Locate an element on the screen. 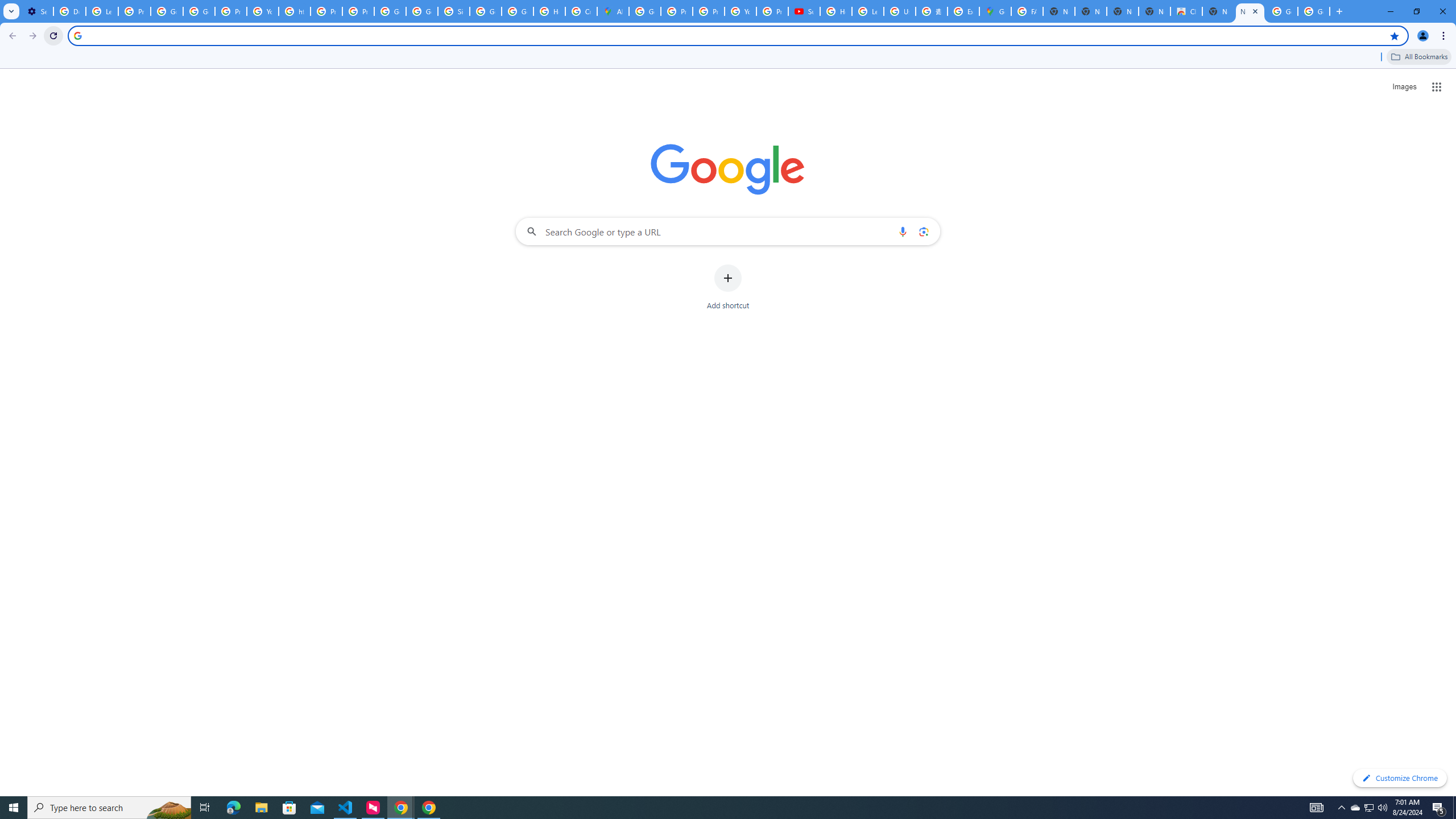  'Privacy Help Center - Policies Help' is located at coordinates (708, 11).